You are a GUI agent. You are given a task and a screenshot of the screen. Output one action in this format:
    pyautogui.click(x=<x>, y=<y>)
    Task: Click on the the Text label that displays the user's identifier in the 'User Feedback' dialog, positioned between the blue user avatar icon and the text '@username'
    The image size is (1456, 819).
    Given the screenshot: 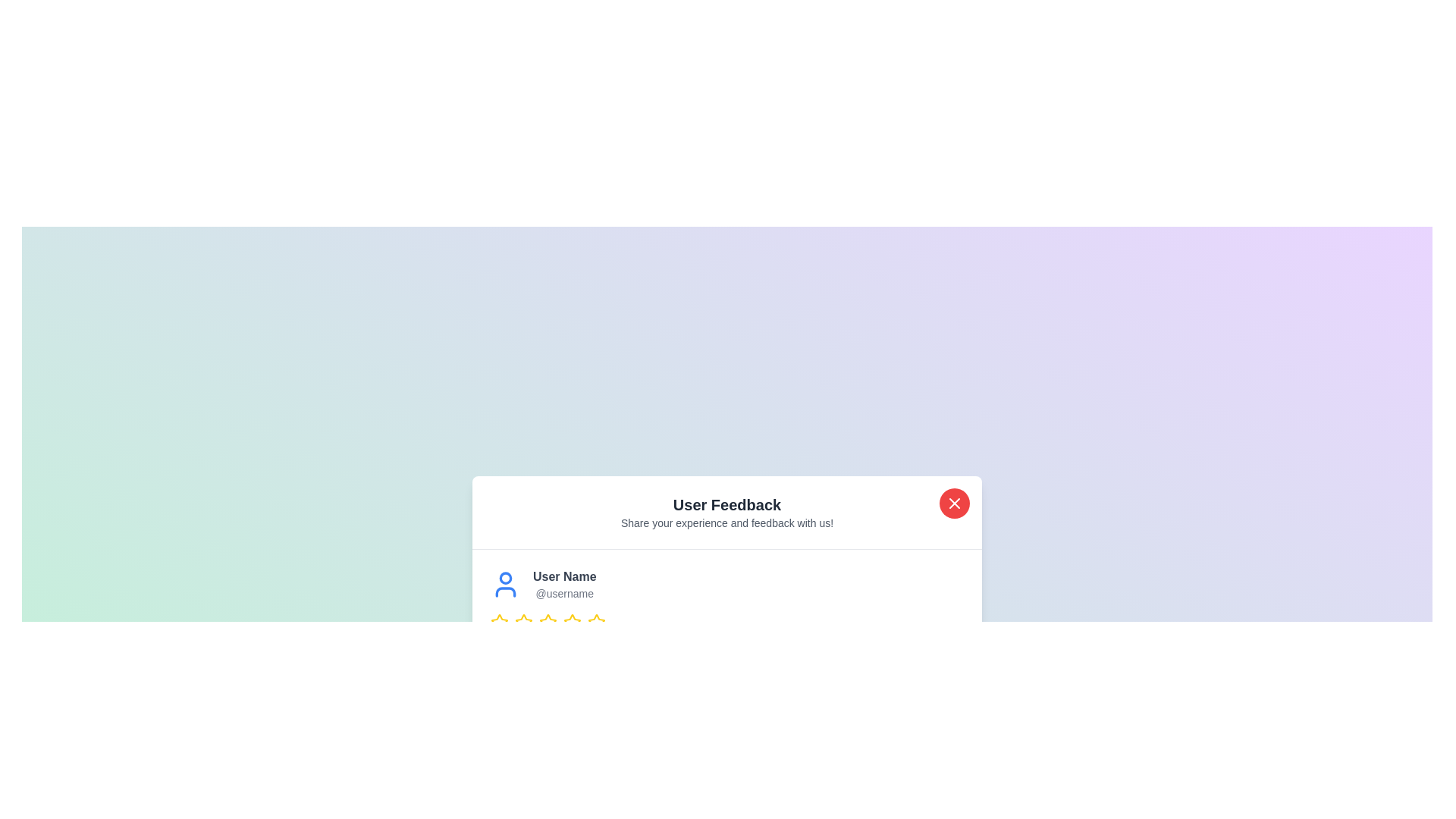 What is the action you would take?
    pyautogui.click(x=563, y=576)
    